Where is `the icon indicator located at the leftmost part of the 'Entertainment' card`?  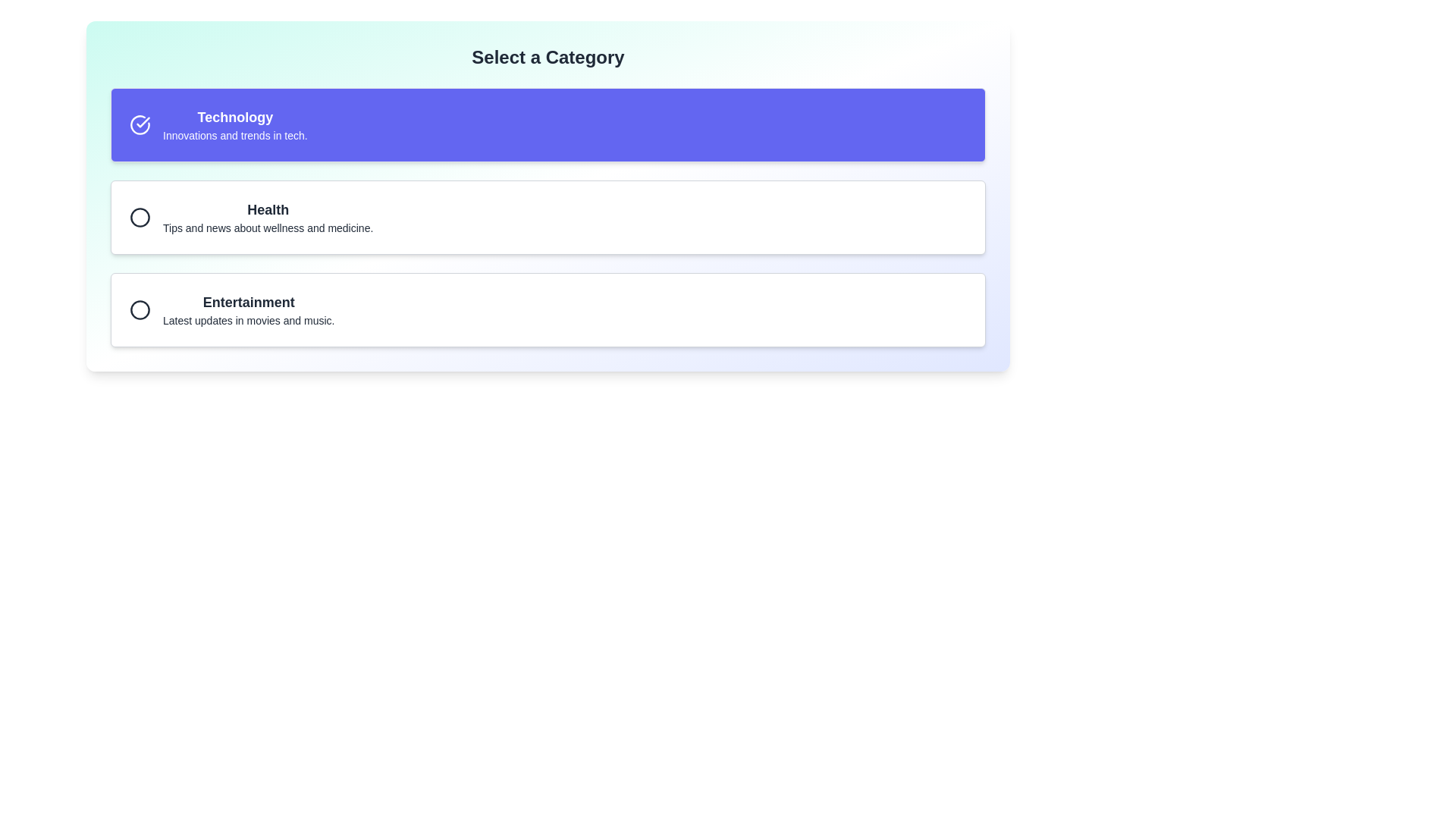 the icon indicator located at the leftmost part of the 'Entertainment' card is located at coordinates (140, 309).